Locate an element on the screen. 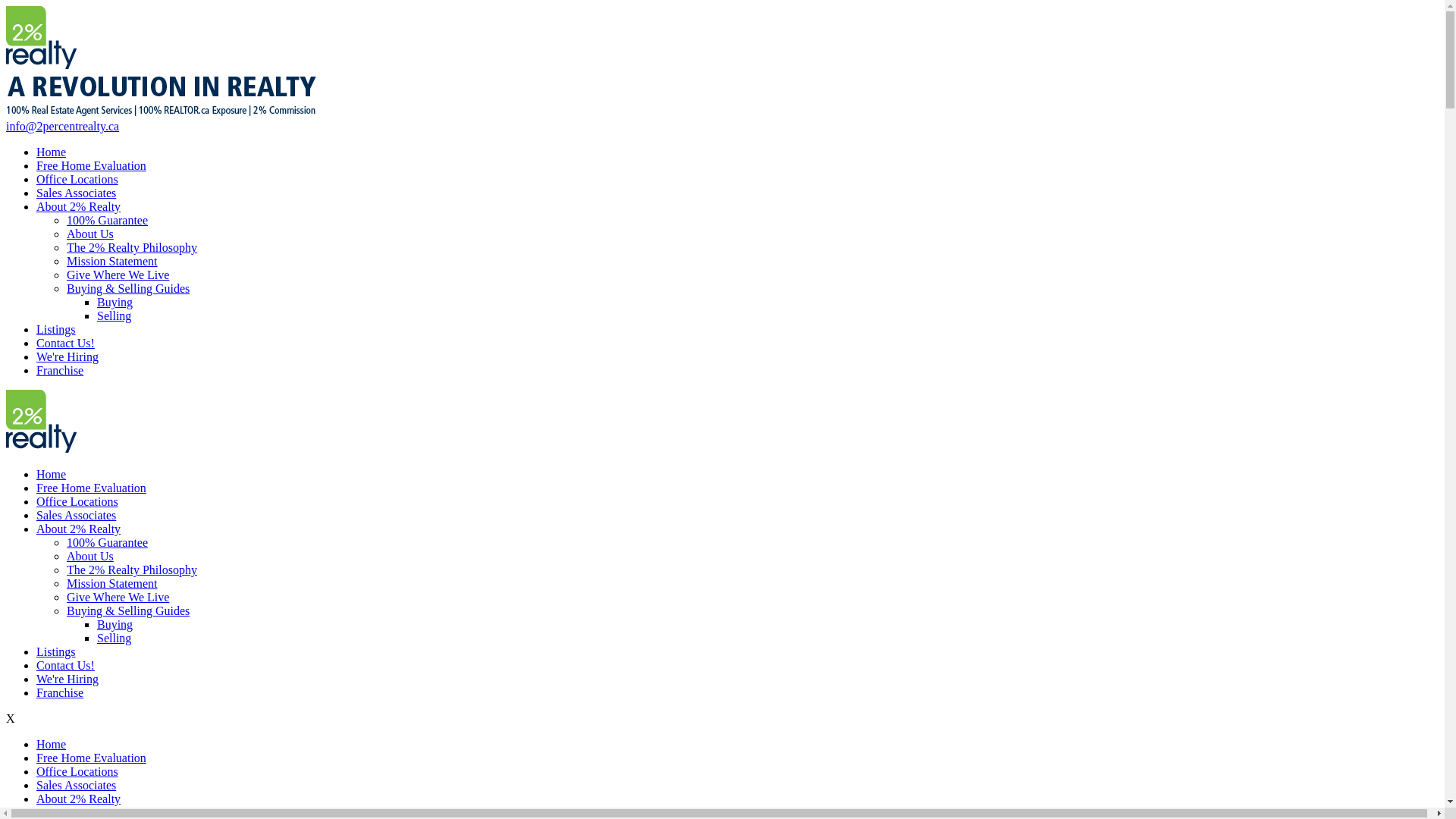  '100% Guarantee' is located at coordinates (106, 220).